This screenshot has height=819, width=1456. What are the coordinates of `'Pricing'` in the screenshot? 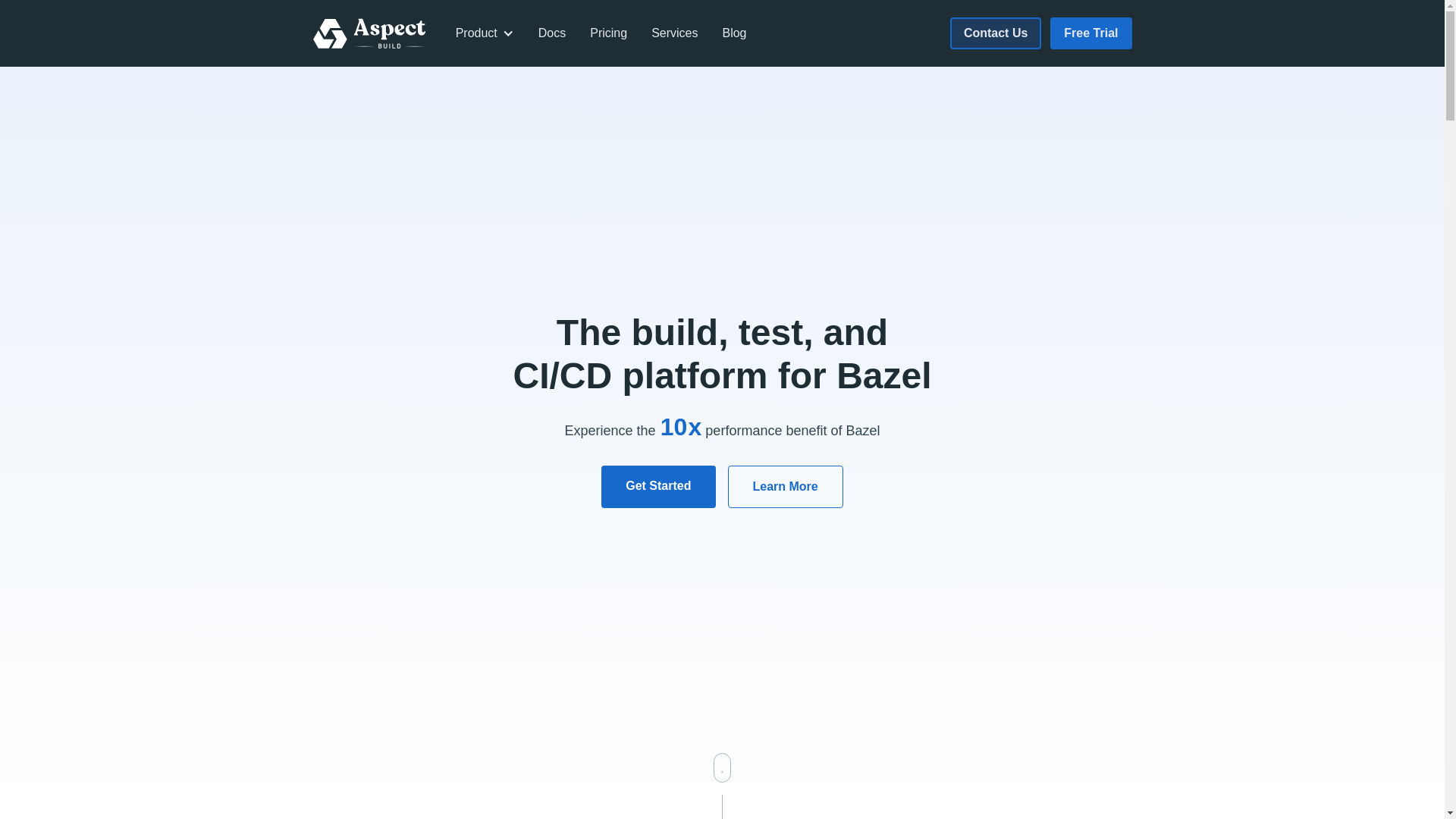 It's located at (608, 33).